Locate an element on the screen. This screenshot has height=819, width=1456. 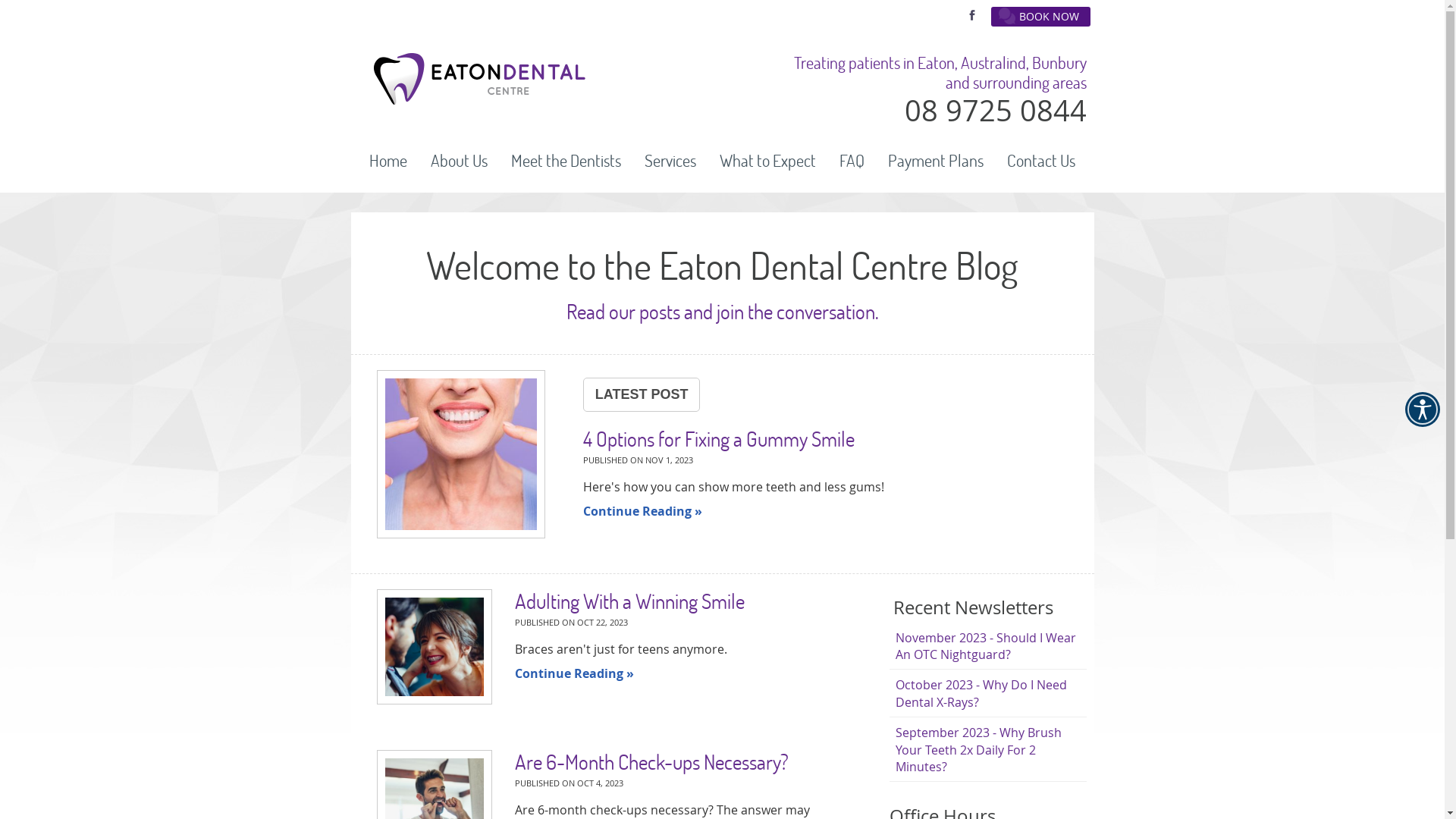
'Payment Plans' is located at coordinates (935, 161).